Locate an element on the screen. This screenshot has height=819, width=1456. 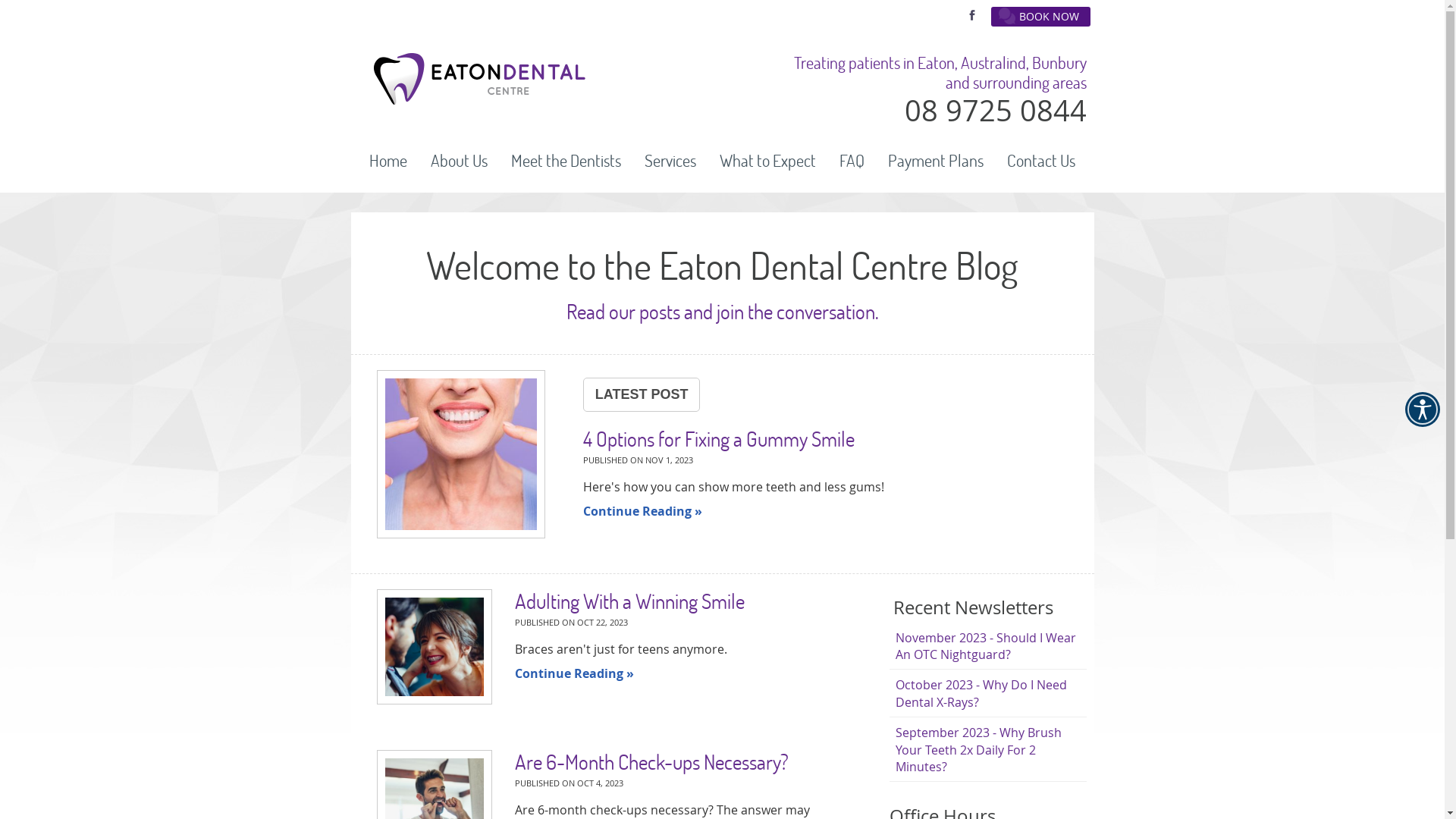
'Payment Plans' is located at coordinates (935, 161).